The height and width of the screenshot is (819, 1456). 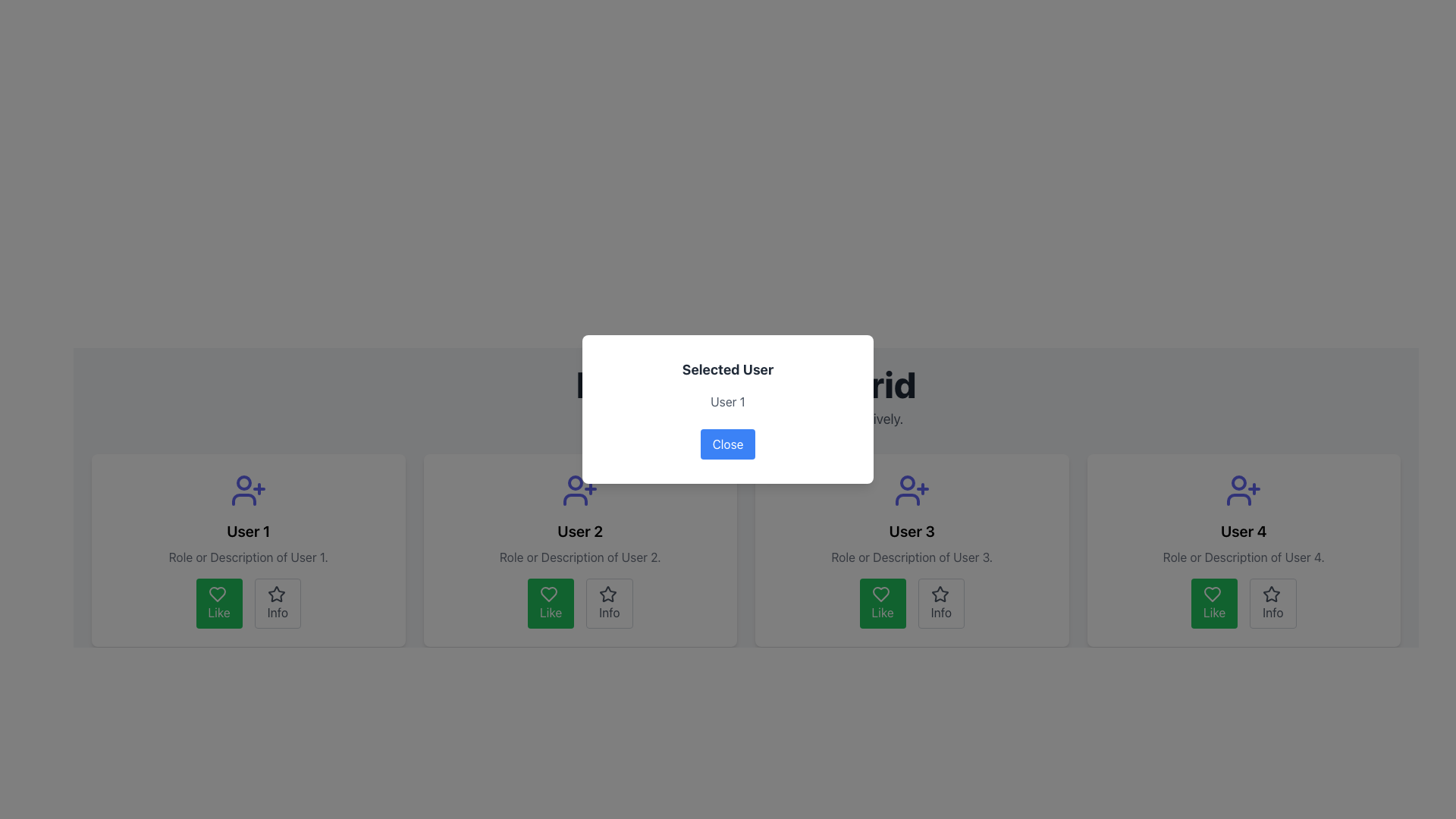 What do you see at coordinates (243, 500) in the screenshot?
I see `the lower arc of the user icon representing a profile, which is part of the user avatar icon above 'User 1' in the user grid` at bounding box center [243, 500].